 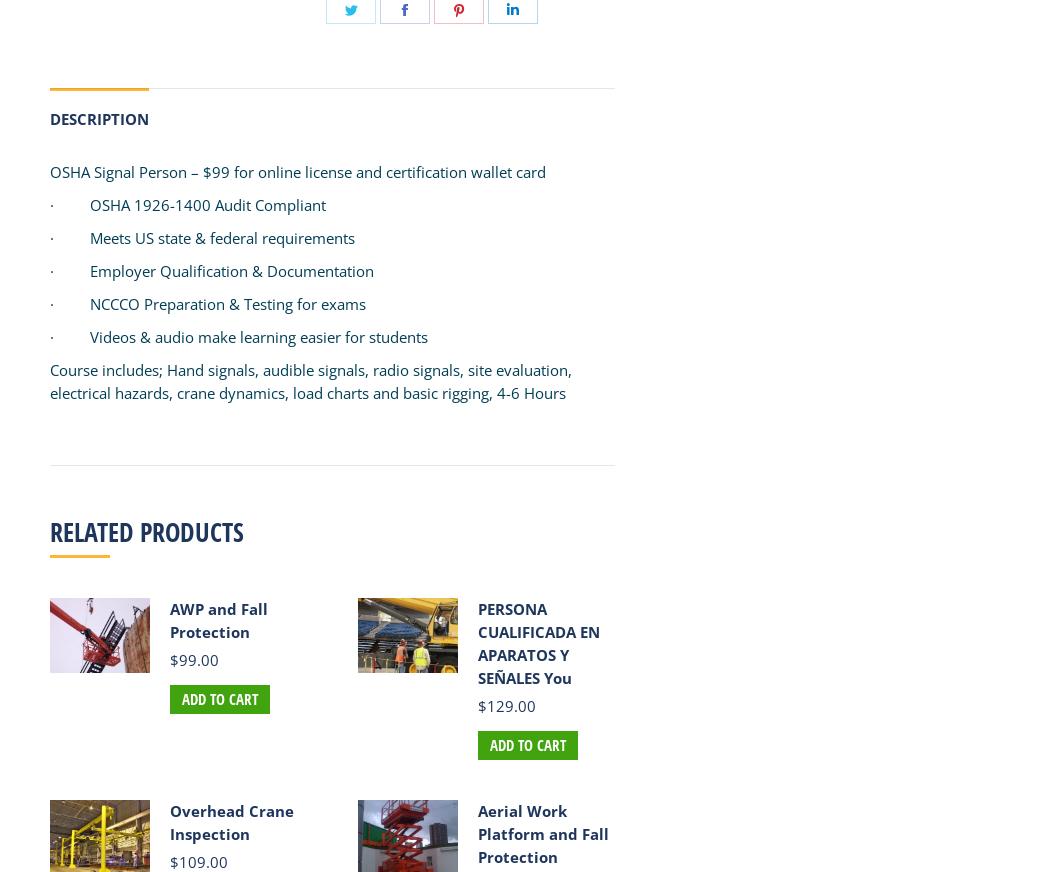 I want to click on 'Course includes; Hand signals, audible signals, radio signals, site evaluation, electrical hazards, crane dynamics, load charts and basic rigging, 4-6 Hours', so click(x=48, y=381).